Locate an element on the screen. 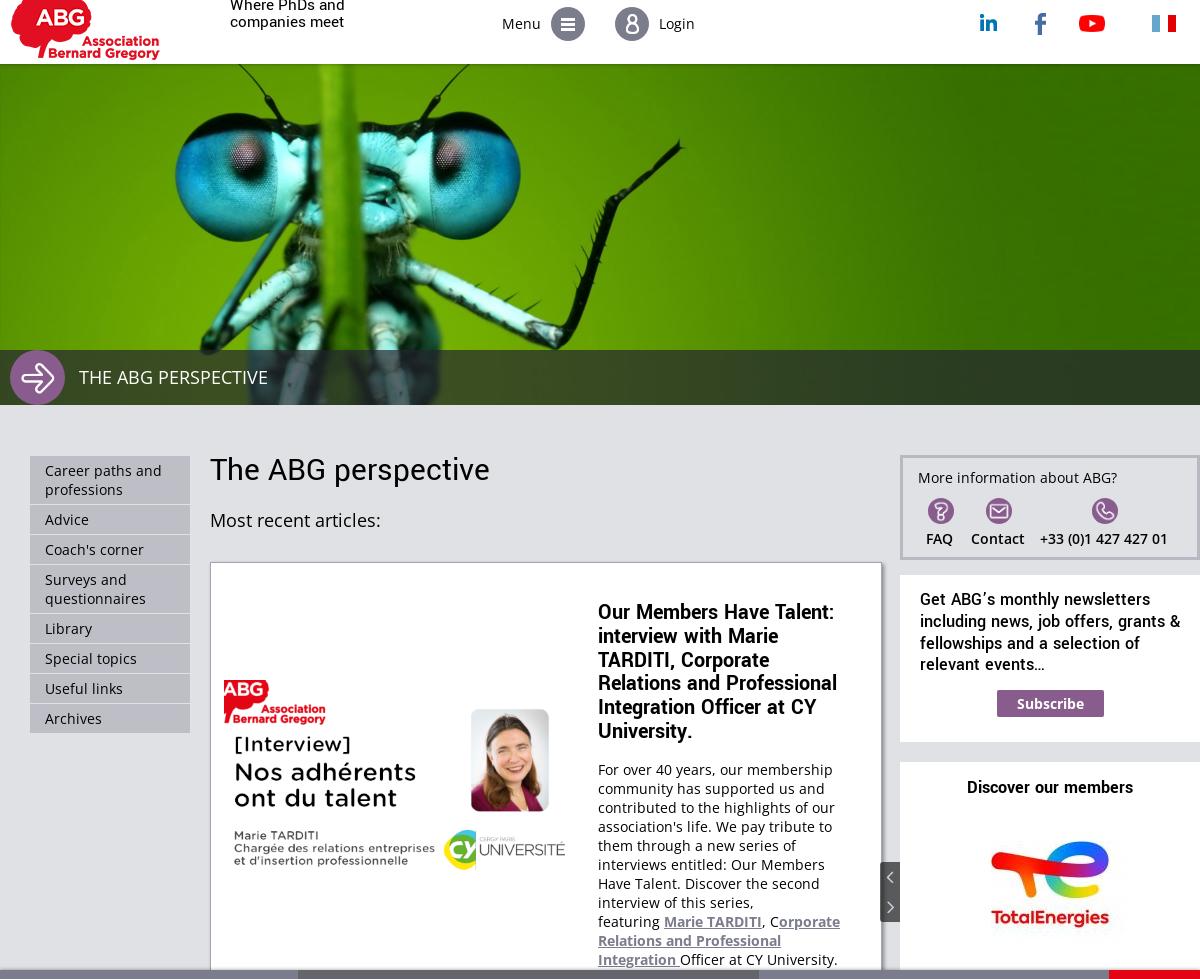  'Marie TARDITI' is located at coordinates (713, 920).